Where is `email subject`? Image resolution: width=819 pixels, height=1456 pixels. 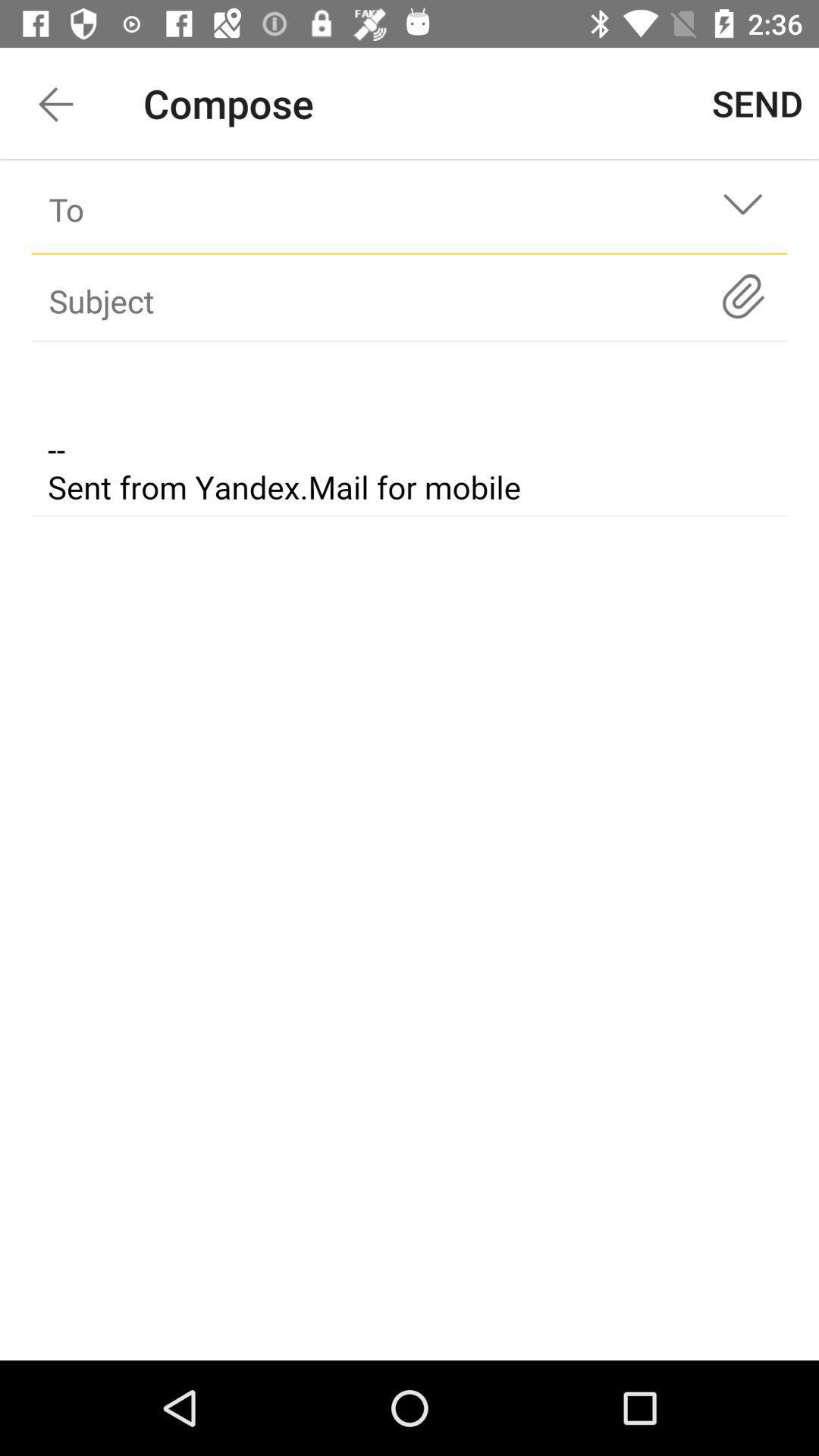 email subject is located at coordinates (409, 431).